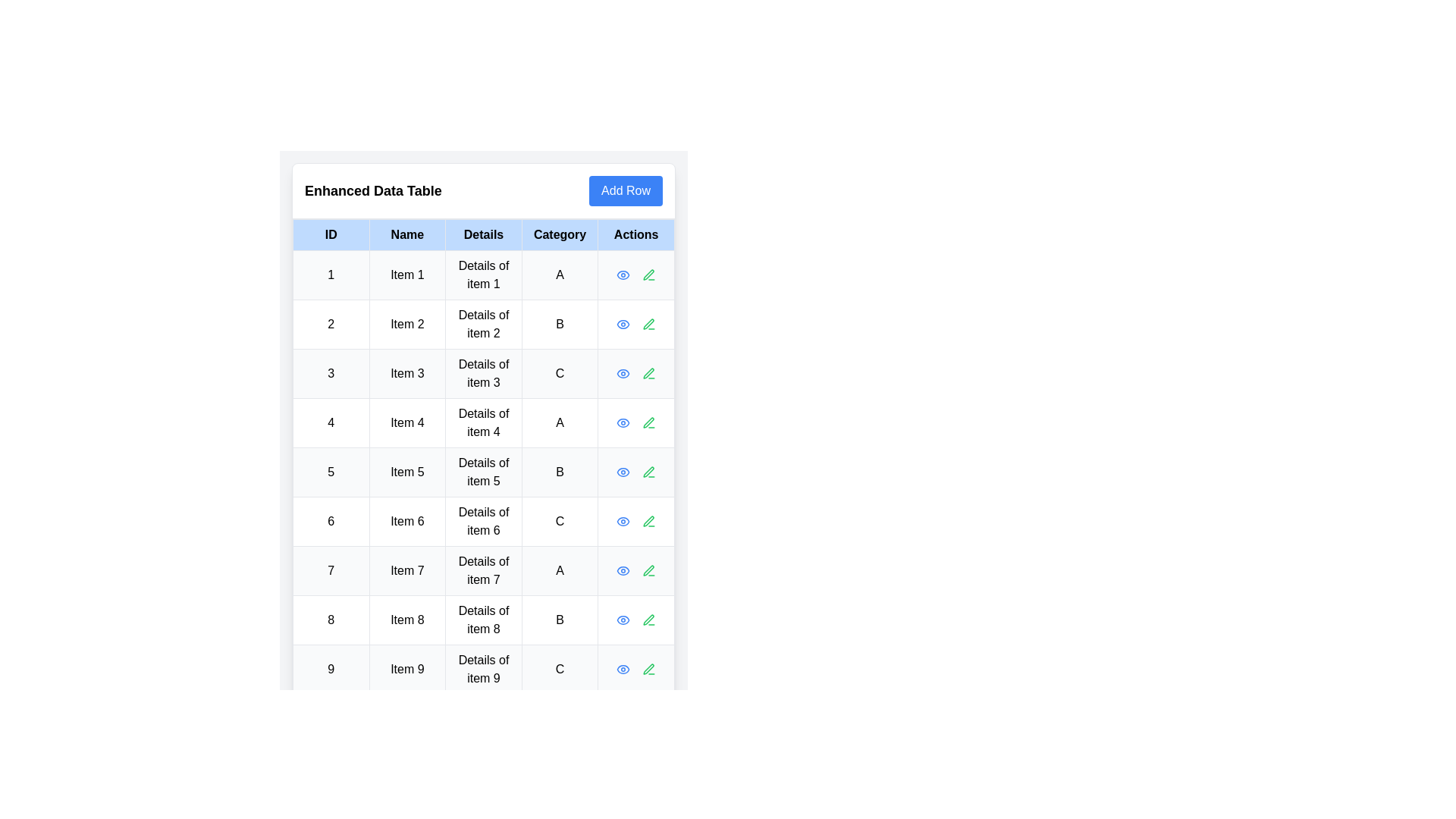 This screenshot has width=1456, height=819. I want to click on the blue eye-shaped icon in the 'Actions' column of the seventh row of the data table, which is styled with the 'lucide lucide-eye' class, so click(623, 570).